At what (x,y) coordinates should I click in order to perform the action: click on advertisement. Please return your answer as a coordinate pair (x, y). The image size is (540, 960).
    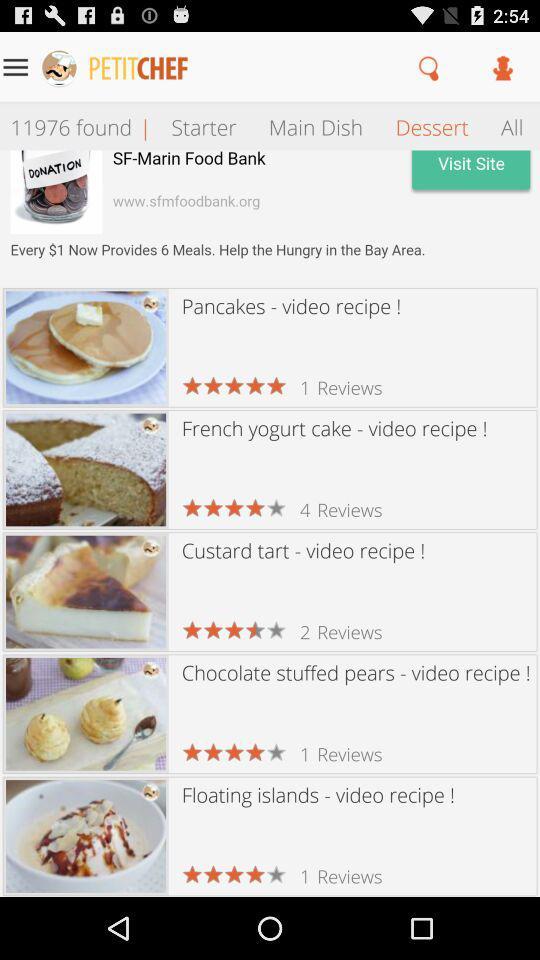
    Looking at the image, I should click on (270, 218).